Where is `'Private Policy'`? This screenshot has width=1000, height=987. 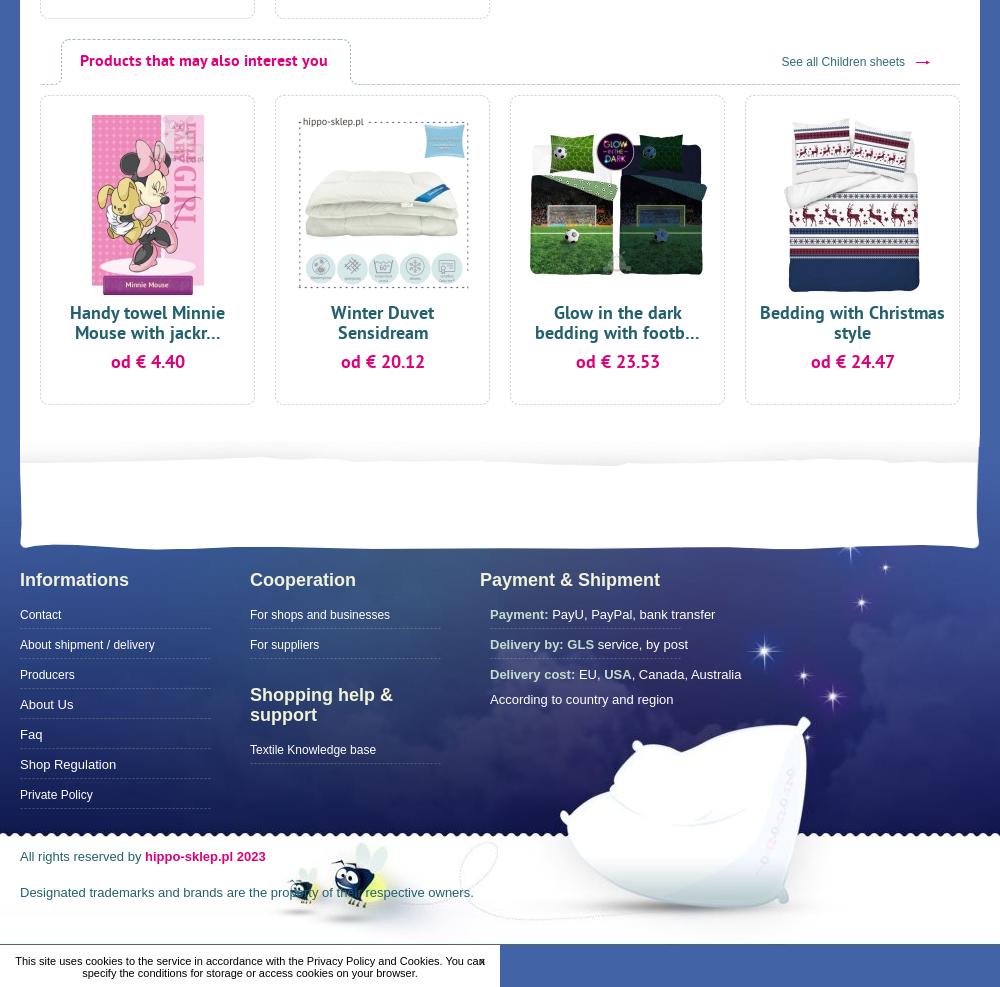 'Private Policy' is located at coordinates (56, 795).